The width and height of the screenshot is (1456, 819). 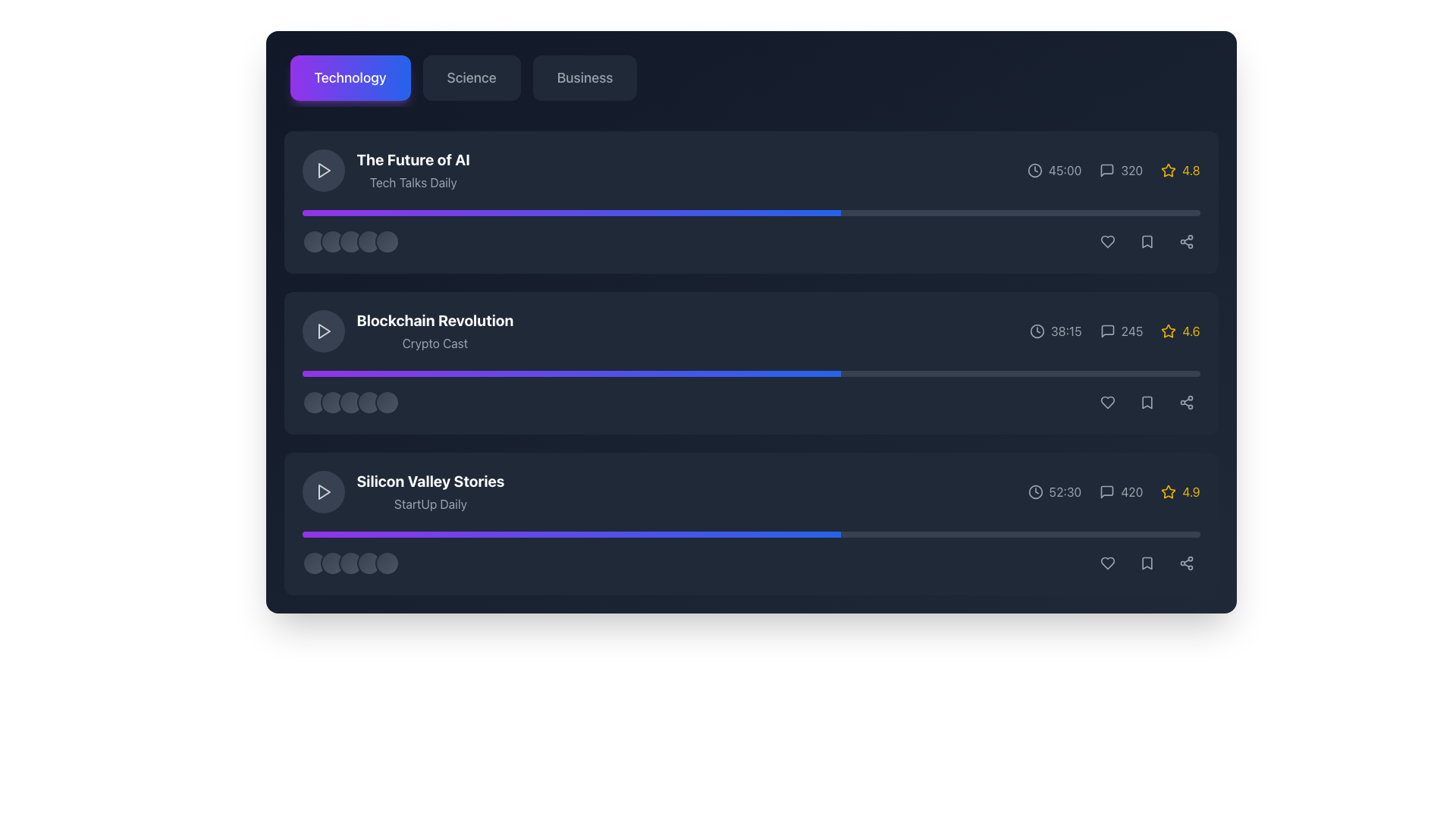 I want to click on the clock icon located to the left of the time text '45:00' in the first content card on the interface, so click(x=1034, y=170).